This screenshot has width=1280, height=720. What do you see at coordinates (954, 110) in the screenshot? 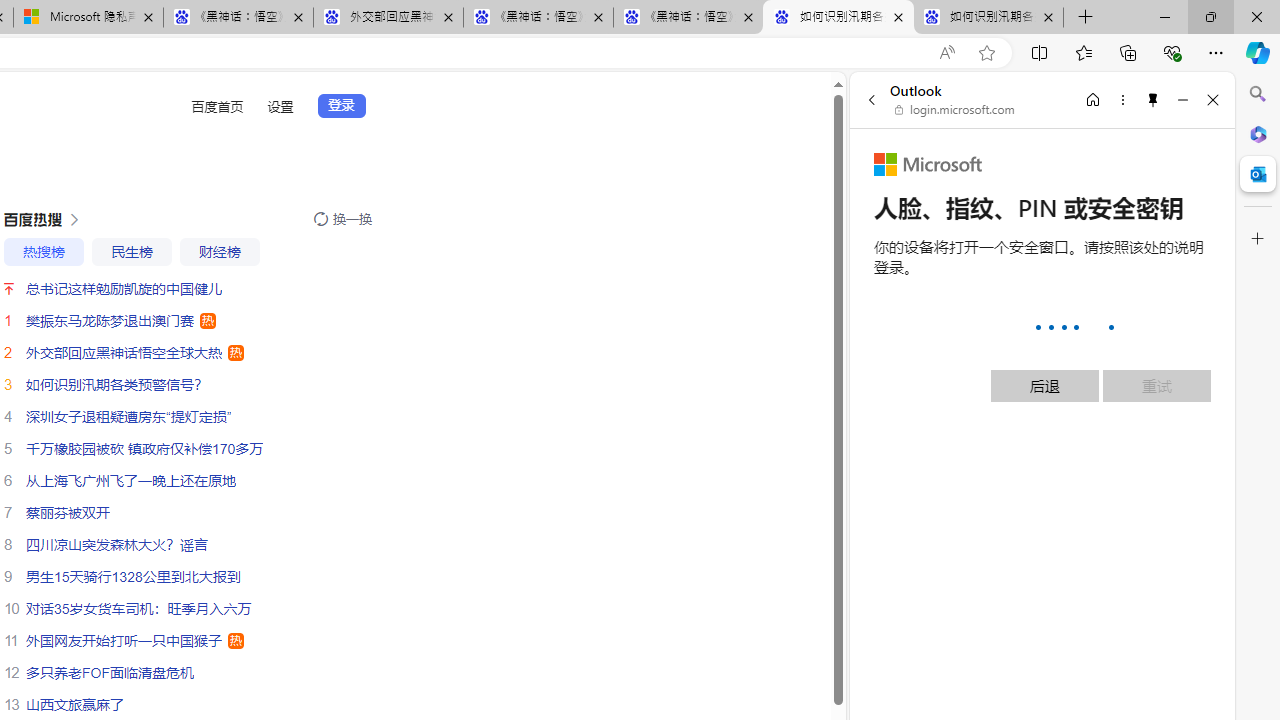
I see `'login.microsoft.com'` at bounding box center [954, 110].